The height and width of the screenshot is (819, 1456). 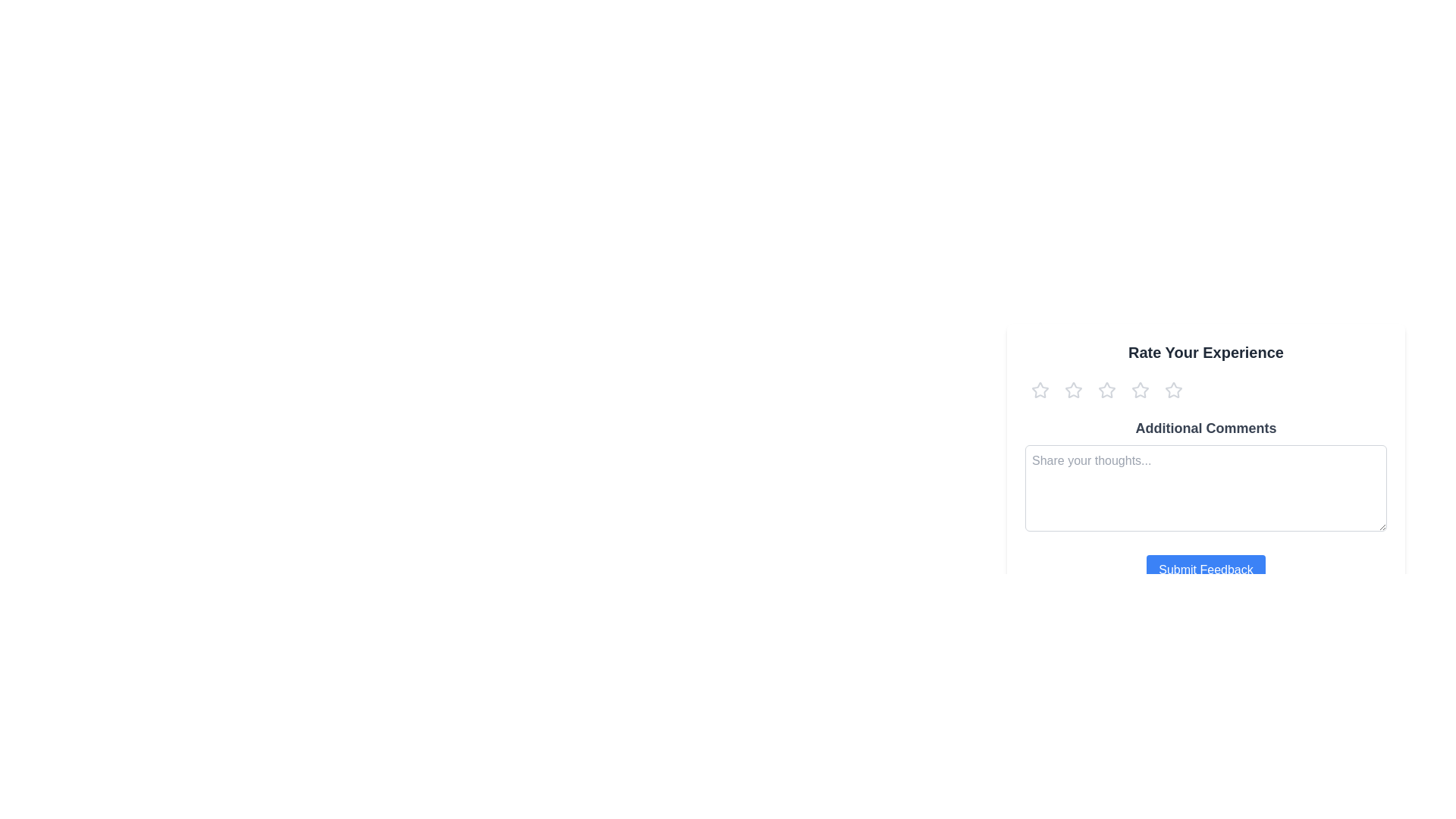 What do you see at coordinates (1205, 390) in the screenshot?
I see `the second star of the Rating Component, which is located below the 'Rate Your Experience' title, to set the rating` at bounding box center [1205, 390].